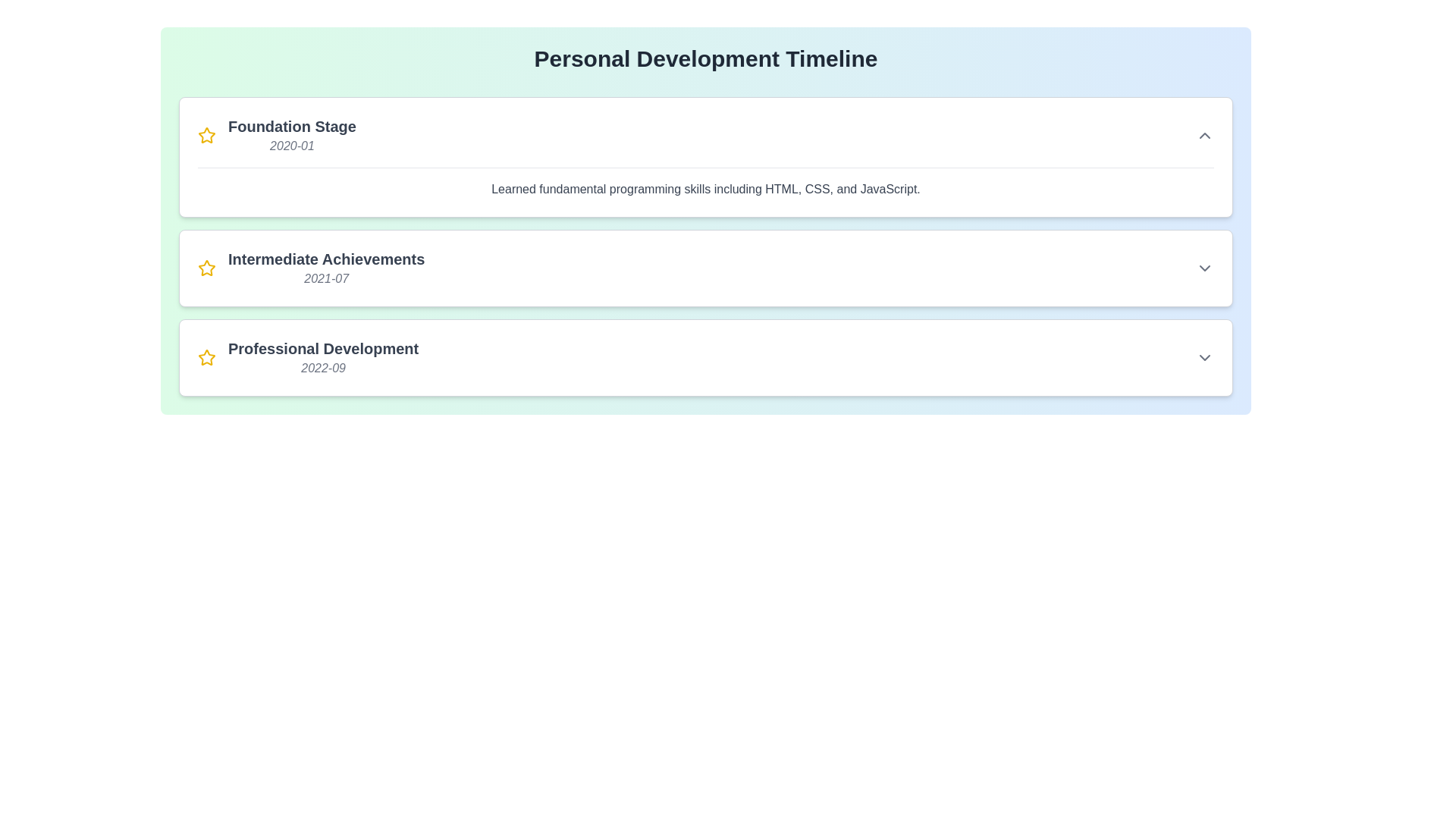 The width and height of the screenshot is (1456, 819). What do you see at coordinates (206, 357) in the screenshot?
I see `the star icon with a yellow outline located to the left of the 'Professional Development' title in the 'Personal Development Timeline' section` at bounding box center [206, 357].